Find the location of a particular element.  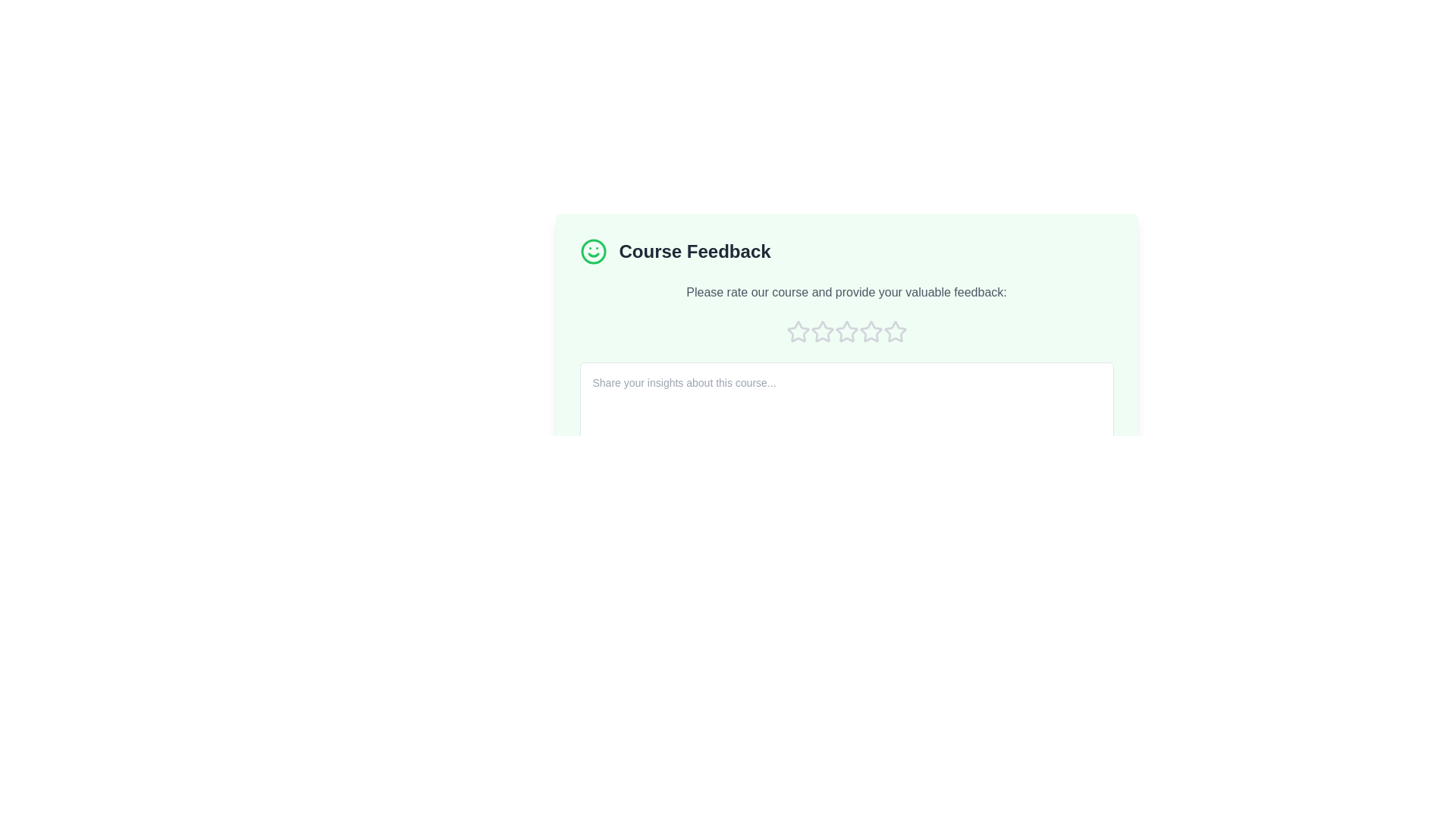

the first non-filled star icon in the rating component below the 'Course Feedback' heading to rate it is located at coordinates (797, 331).